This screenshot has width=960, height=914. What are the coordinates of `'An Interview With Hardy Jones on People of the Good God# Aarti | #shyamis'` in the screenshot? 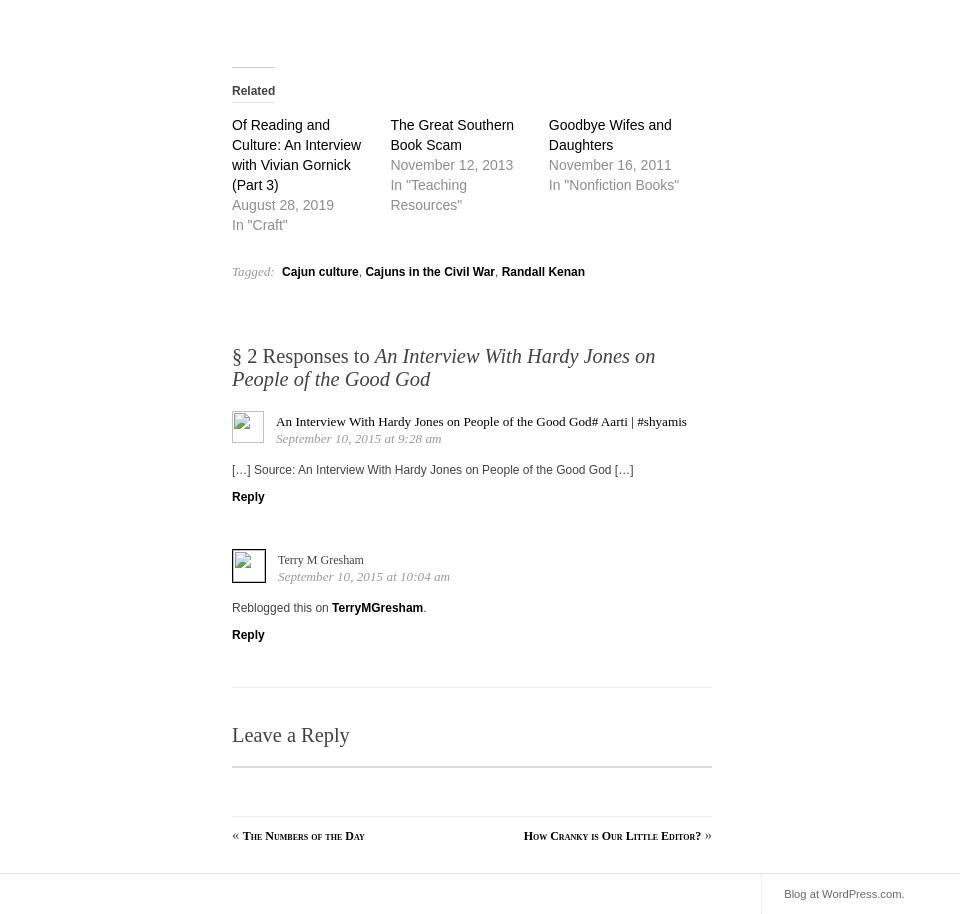 It's located at (480, 420).